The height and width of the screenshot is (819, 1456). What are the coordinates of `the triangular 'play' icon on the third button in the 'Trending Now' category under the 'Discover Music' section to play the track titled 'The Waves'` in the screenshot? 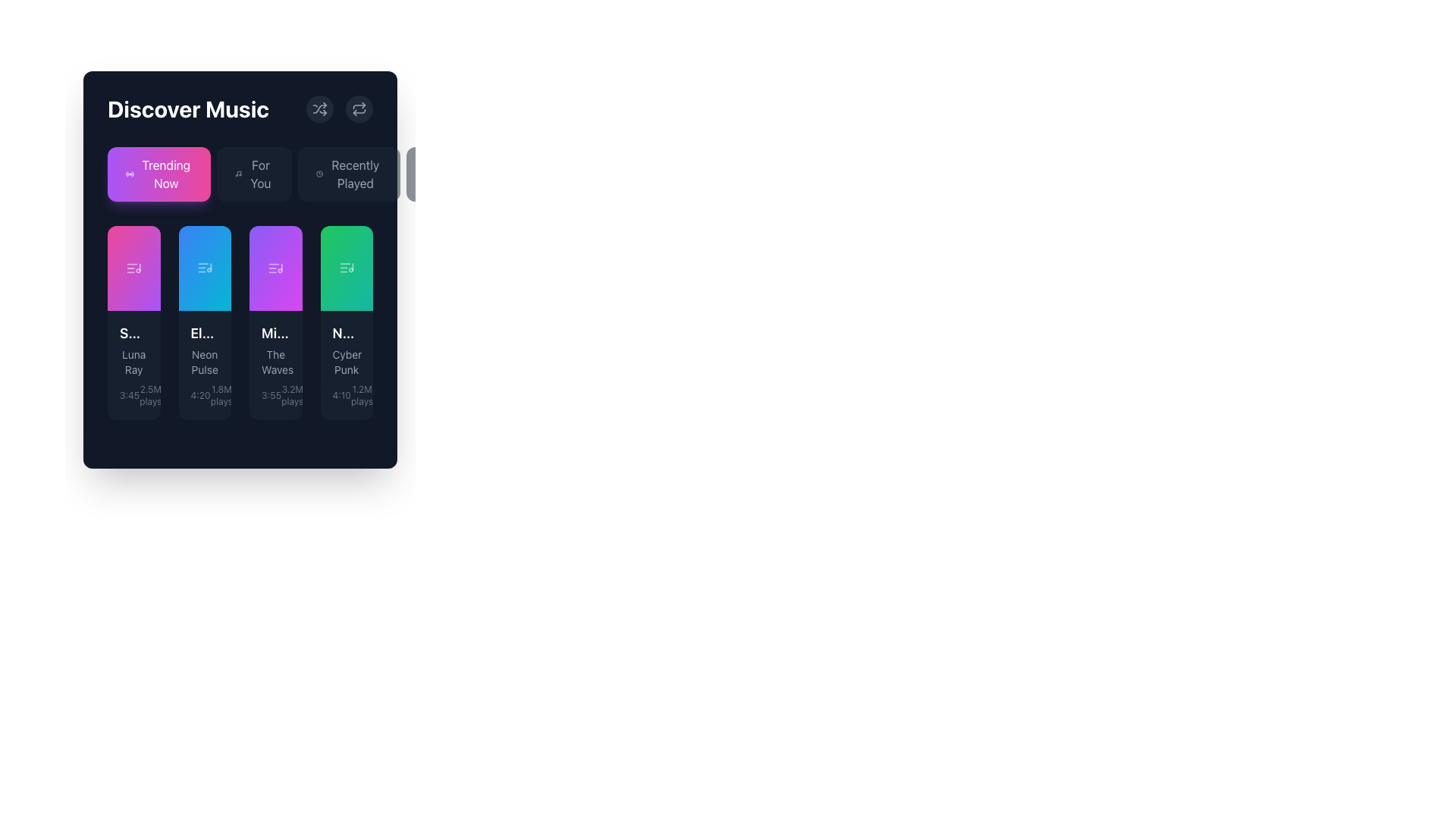 It's located at (277, 268).